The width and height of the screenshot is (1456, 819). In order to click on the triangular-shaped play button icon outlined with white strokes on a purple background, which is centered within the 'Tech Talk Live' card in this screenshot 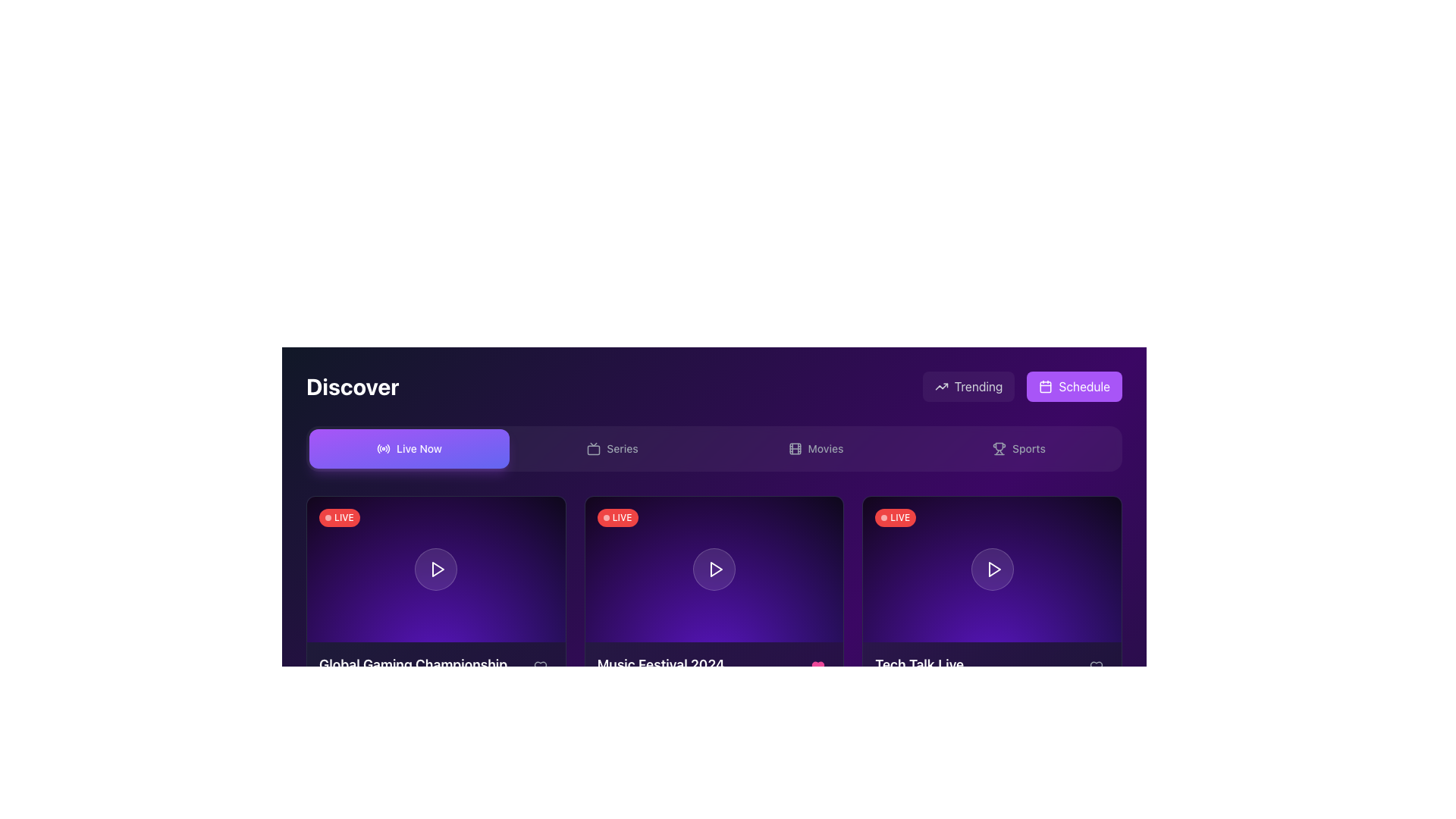, I will do `click(994, 569)`.